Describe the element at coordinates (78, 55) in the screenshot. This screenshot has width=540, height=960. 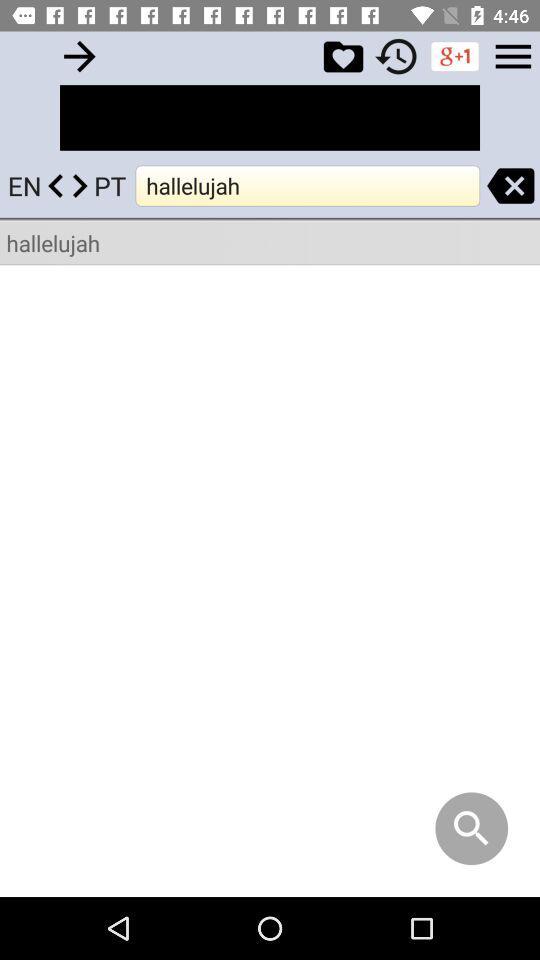
I see `go back` at that location.